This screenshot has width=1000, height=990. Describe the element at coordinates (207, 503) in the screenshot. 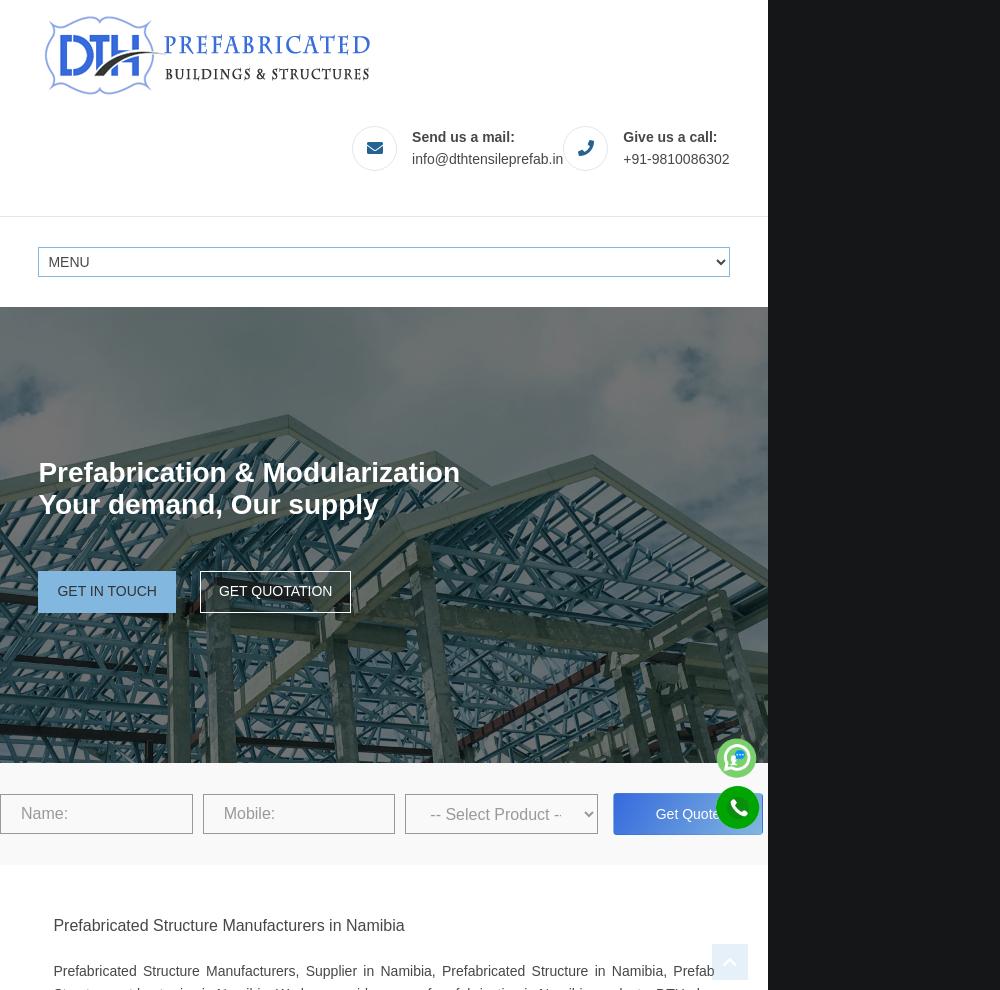

I see `'Your demand, Our supply'` at that location.